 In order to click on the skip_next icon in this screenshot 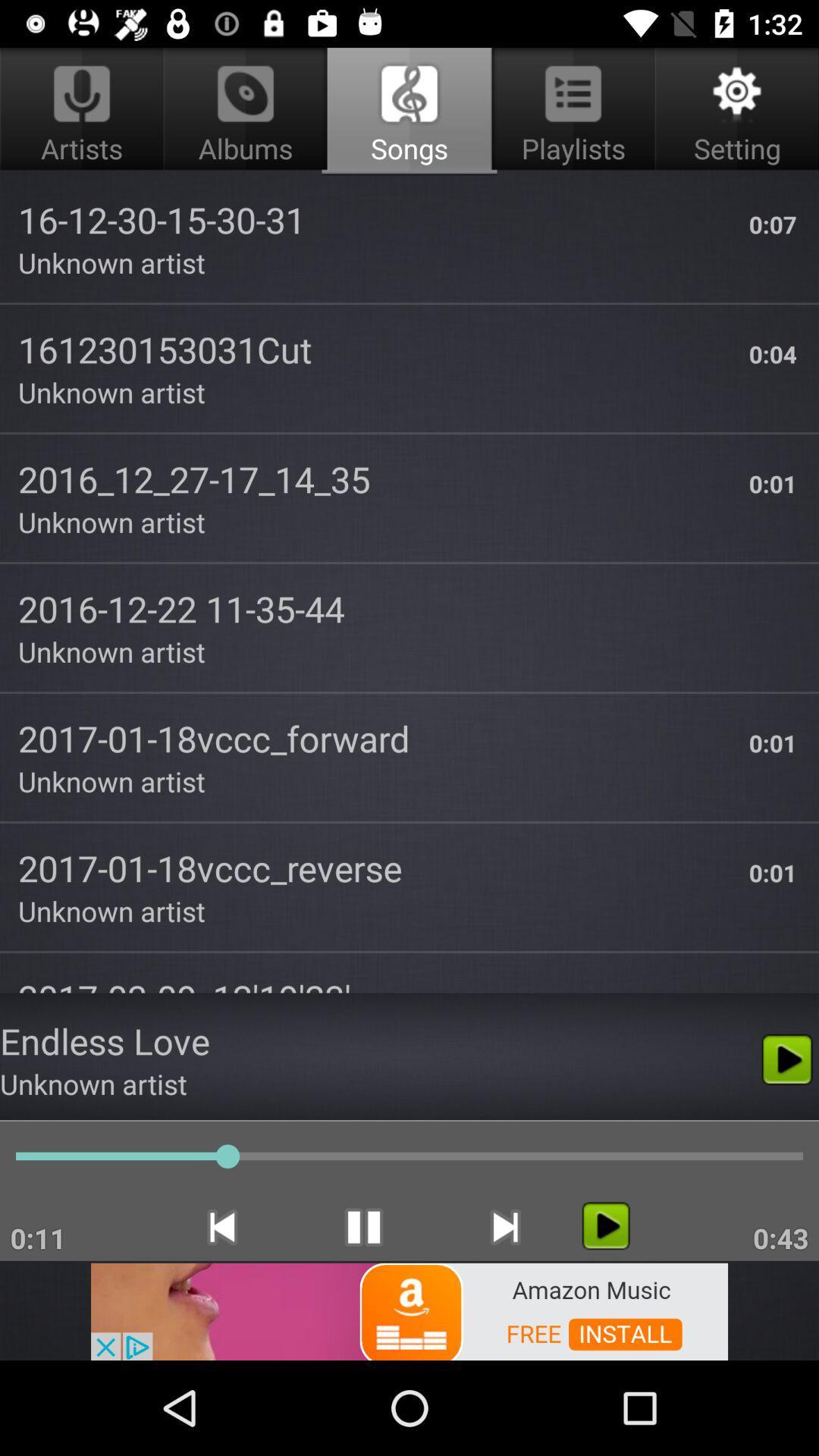, I will do `click(505, 1227)`.